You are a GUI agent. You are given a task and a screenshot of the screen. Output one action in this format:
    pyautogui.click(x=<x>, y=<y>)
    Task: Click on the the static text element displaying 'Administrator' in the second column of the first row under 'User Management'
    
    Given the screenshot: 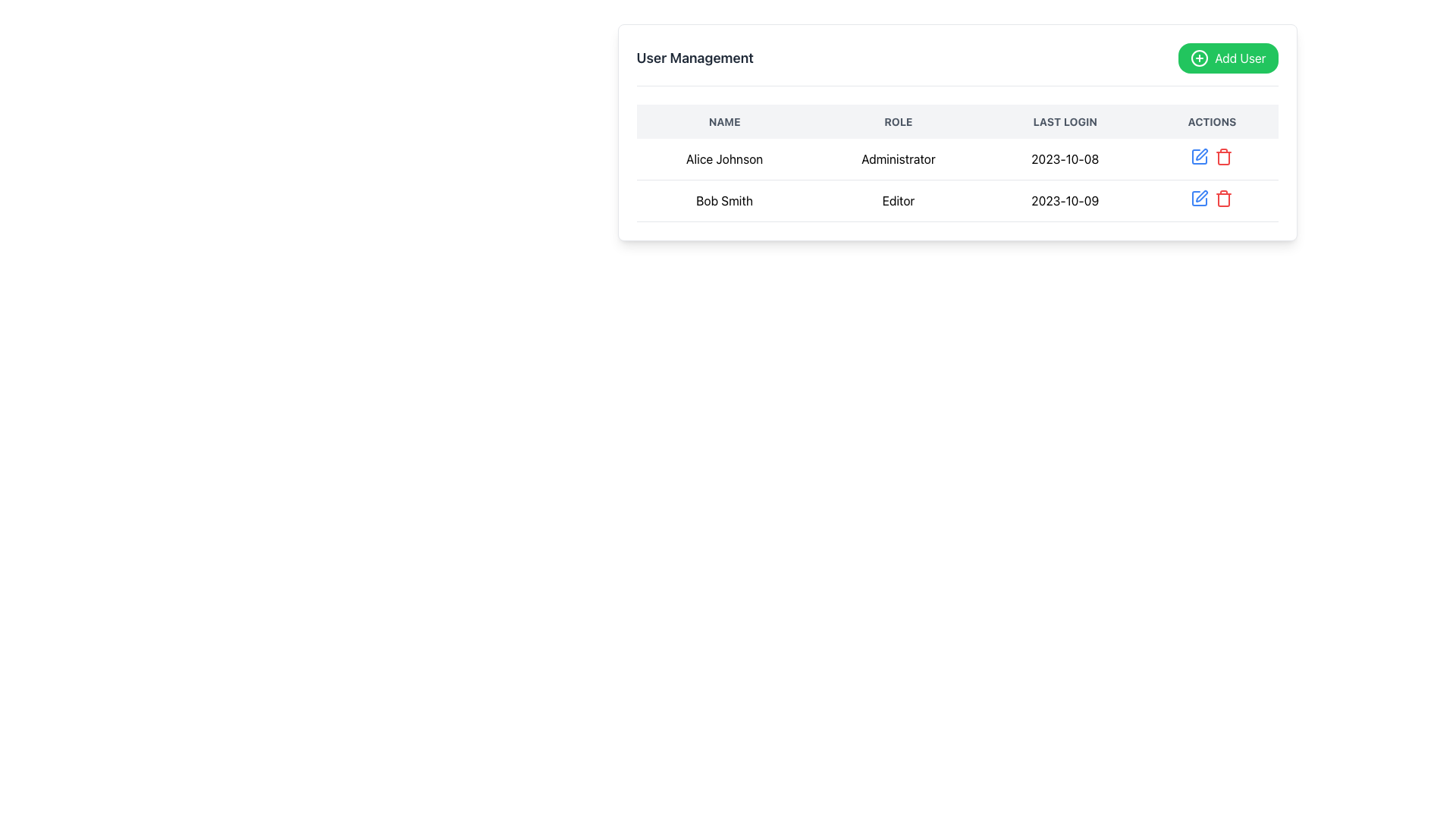 What is the action you would take?
    pyautogui.click(x=898, y=159)
    